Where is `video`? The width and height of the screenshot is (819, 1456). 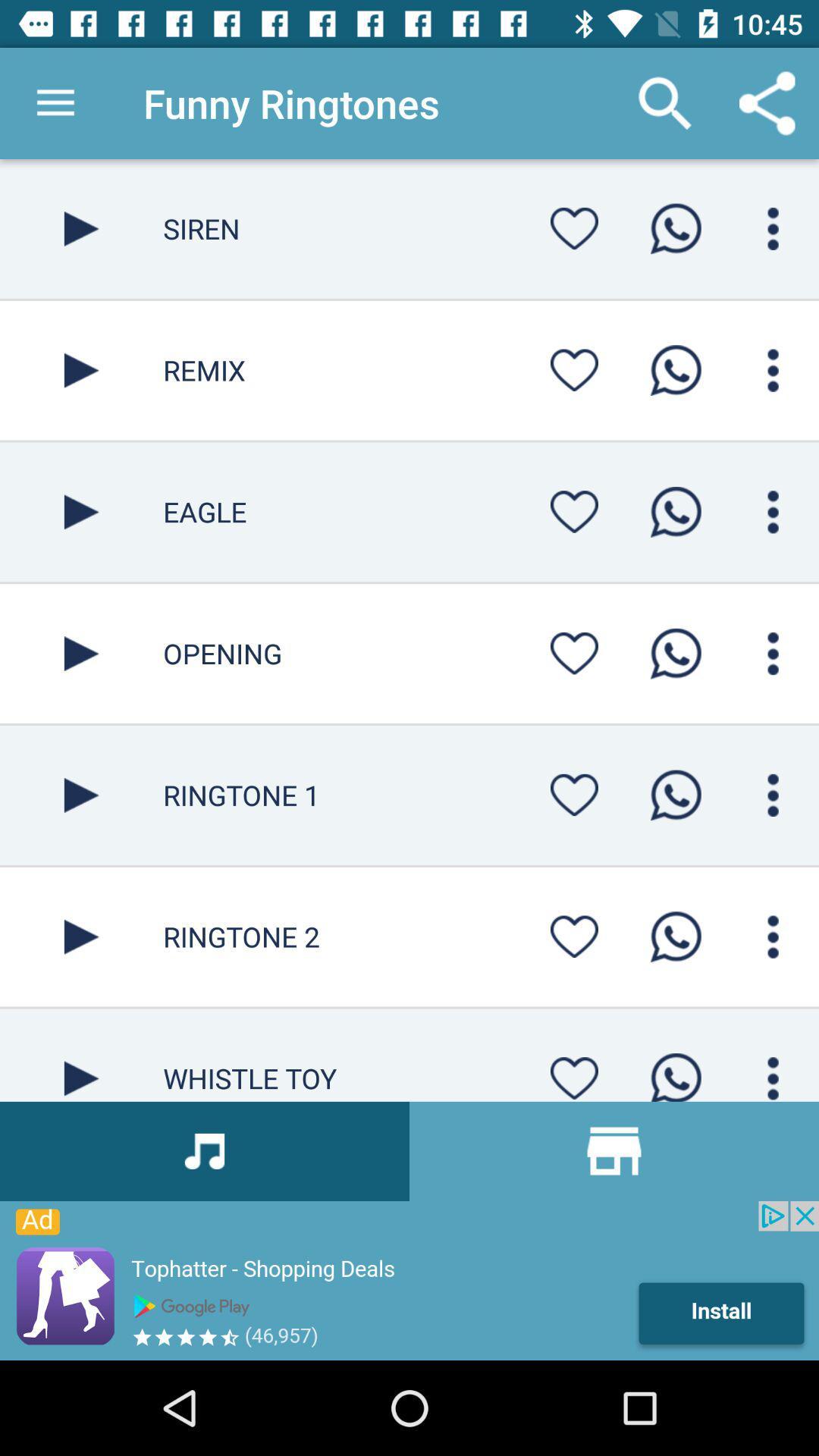 video is located at coordinates (81, 794).